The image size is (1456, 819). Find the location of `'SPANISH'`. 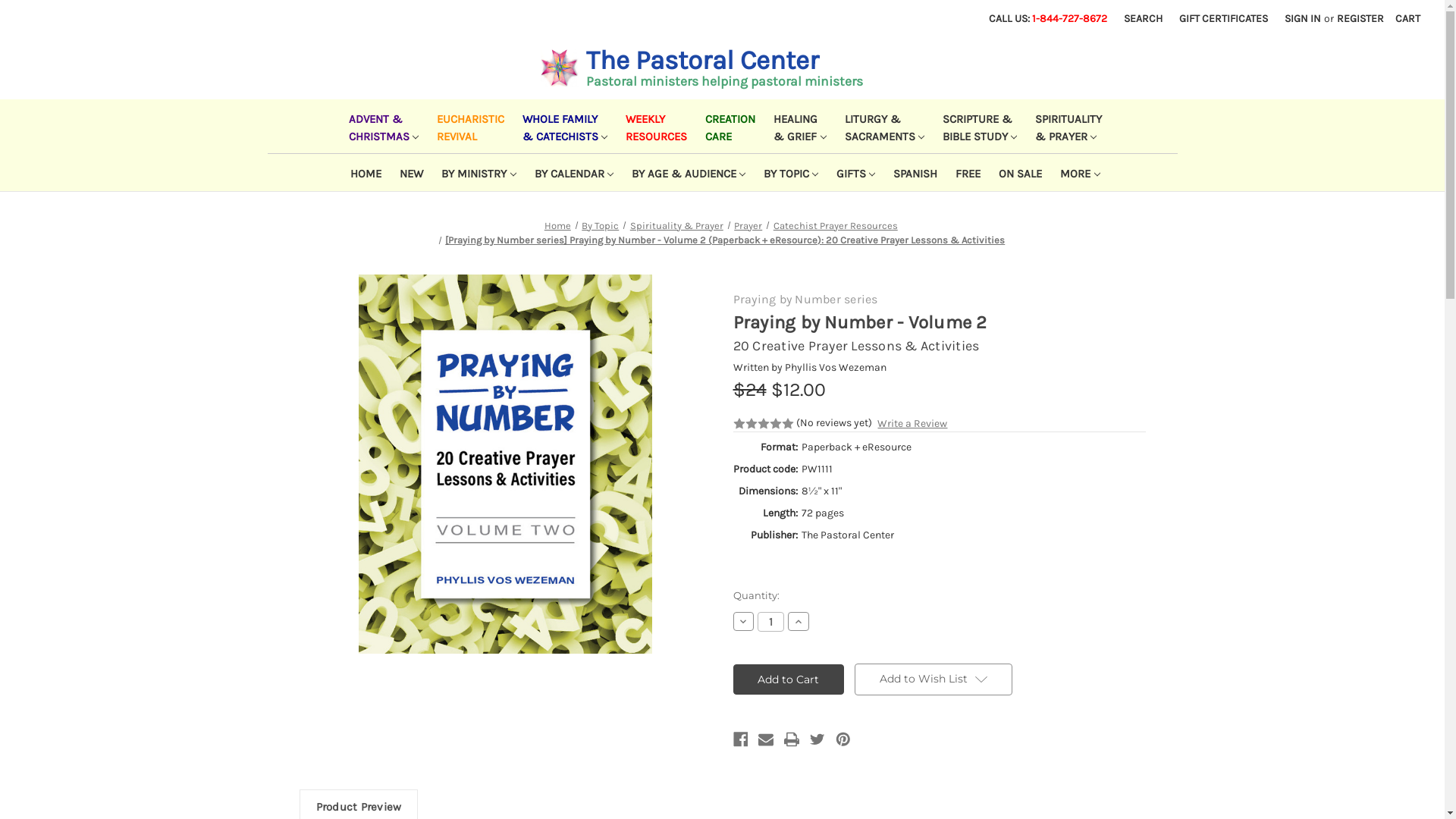

'SPANISH' is located at coordinates (912, 171).